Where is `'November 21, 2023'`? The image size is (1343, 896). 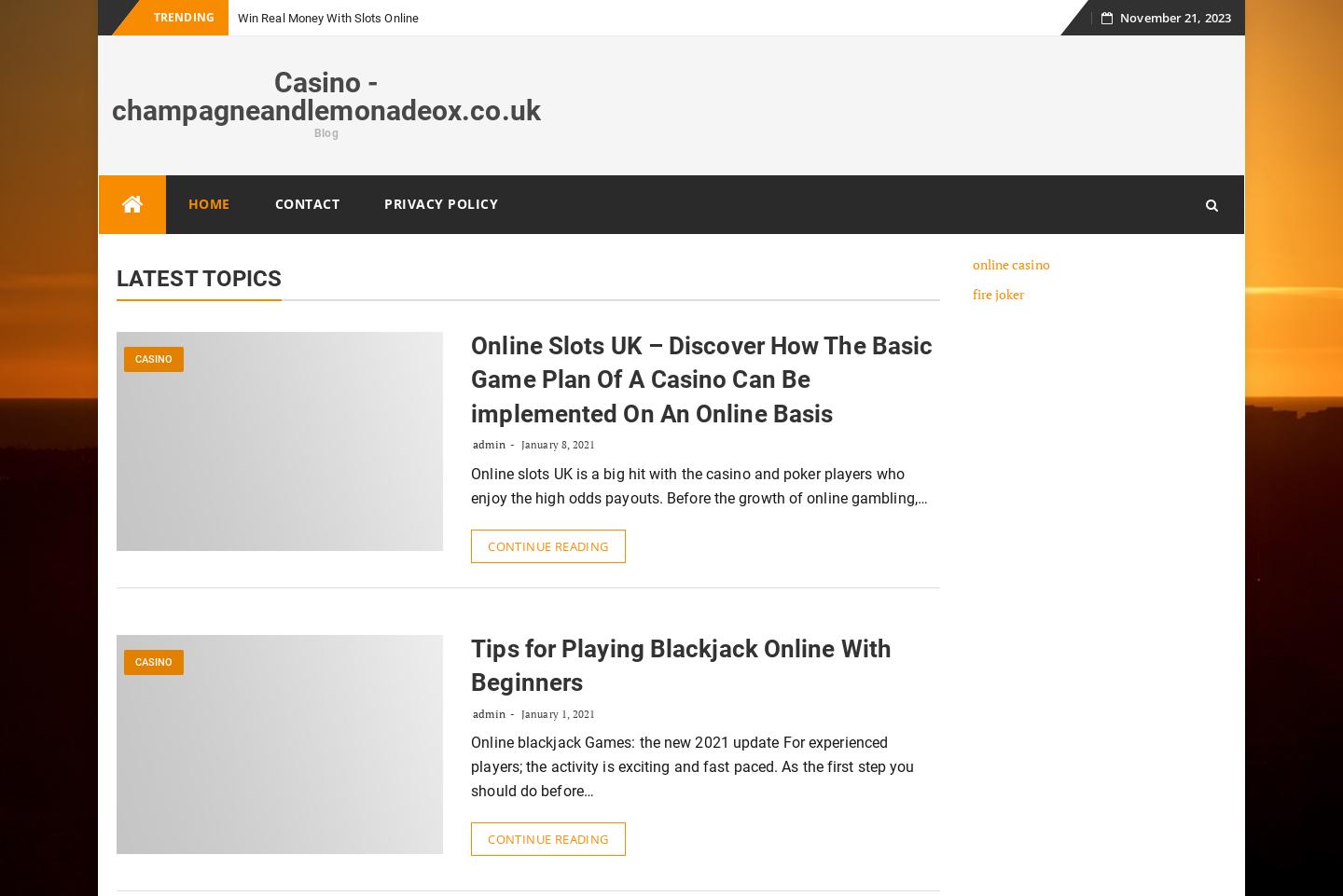 'November 21, 2023' is located at coordinates (1174, 17).